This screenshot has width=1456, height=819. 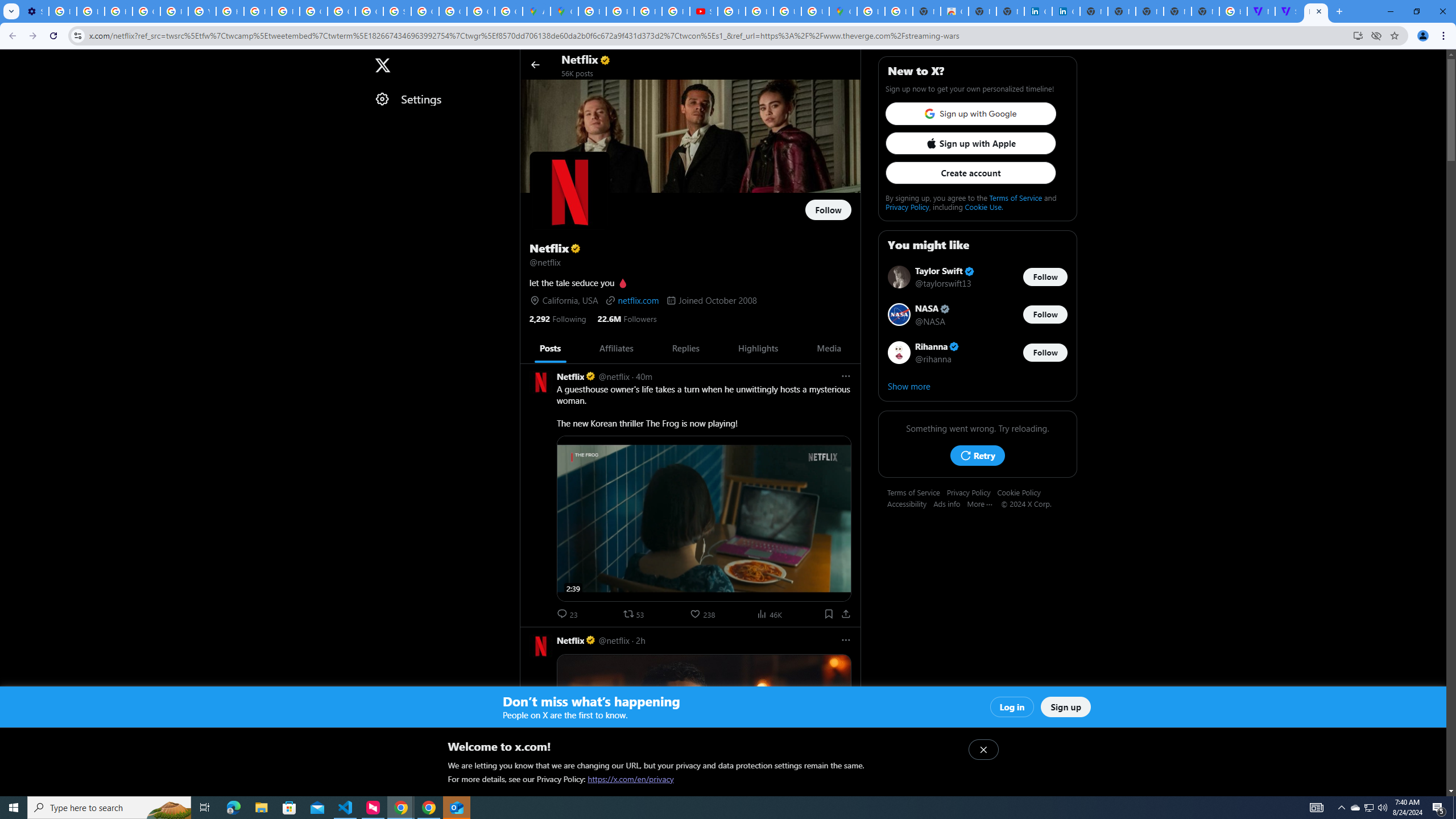 What do you see at coordinates (970, 142) in the screenshot?
I see `'Sign up with Apple'` at bounding box center [970, 142].